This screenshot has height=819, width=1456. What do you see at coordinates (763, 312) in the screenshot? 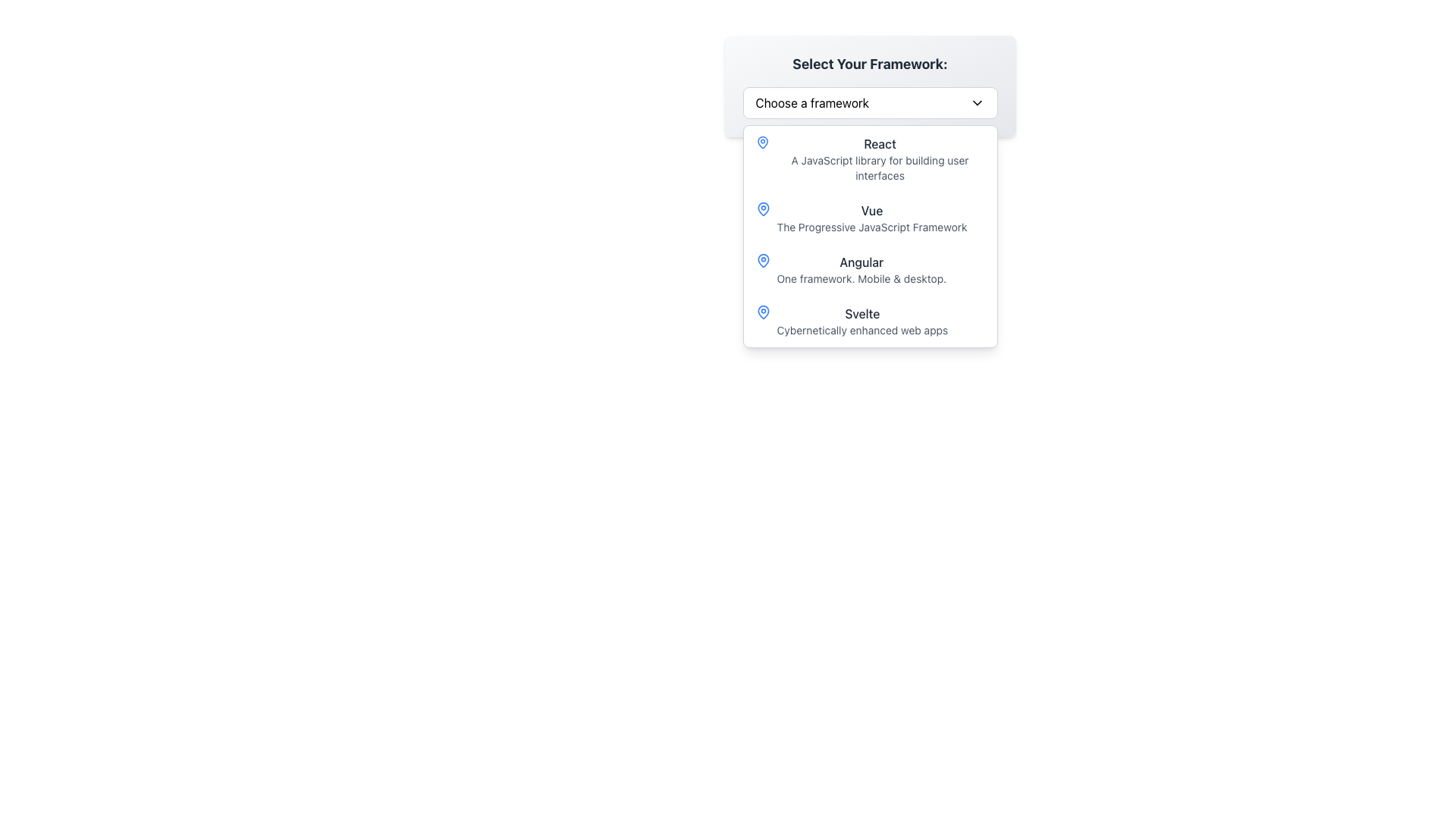
I see `the blue map pin icon located to the left of the 'Svelte' text in the dropdown menu labeled 'Select Your Framework'` at bounding box center [763, 312].